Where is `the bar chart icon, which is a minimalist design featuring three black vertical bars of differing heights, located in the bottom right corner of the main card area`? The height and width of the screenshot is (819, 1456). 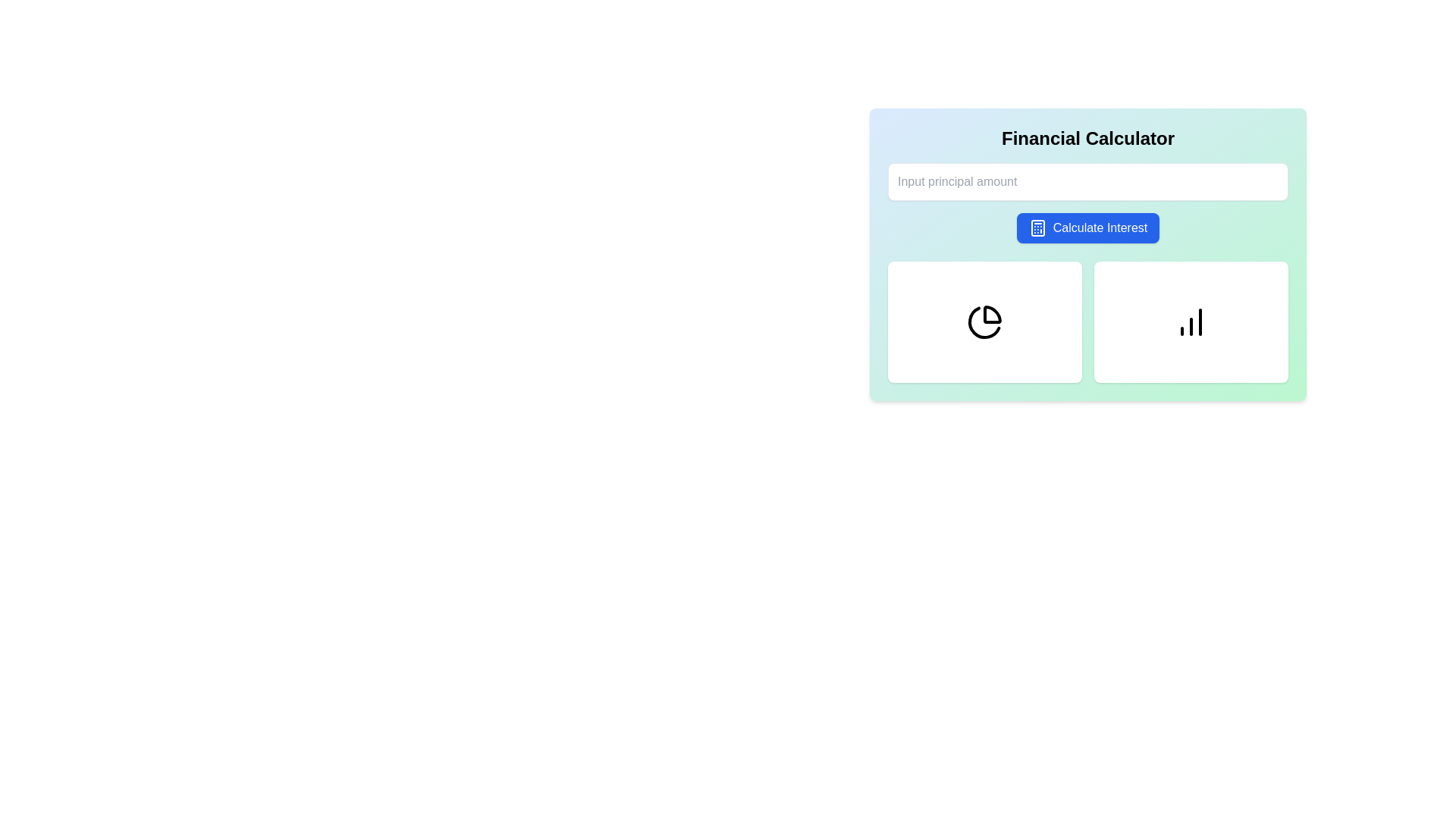
the bar chart icon, which is a minimalist design featuring three black vertical bars of differing heights, located in the bottom right corner of the main card area is located at coordinates (1190, 321).